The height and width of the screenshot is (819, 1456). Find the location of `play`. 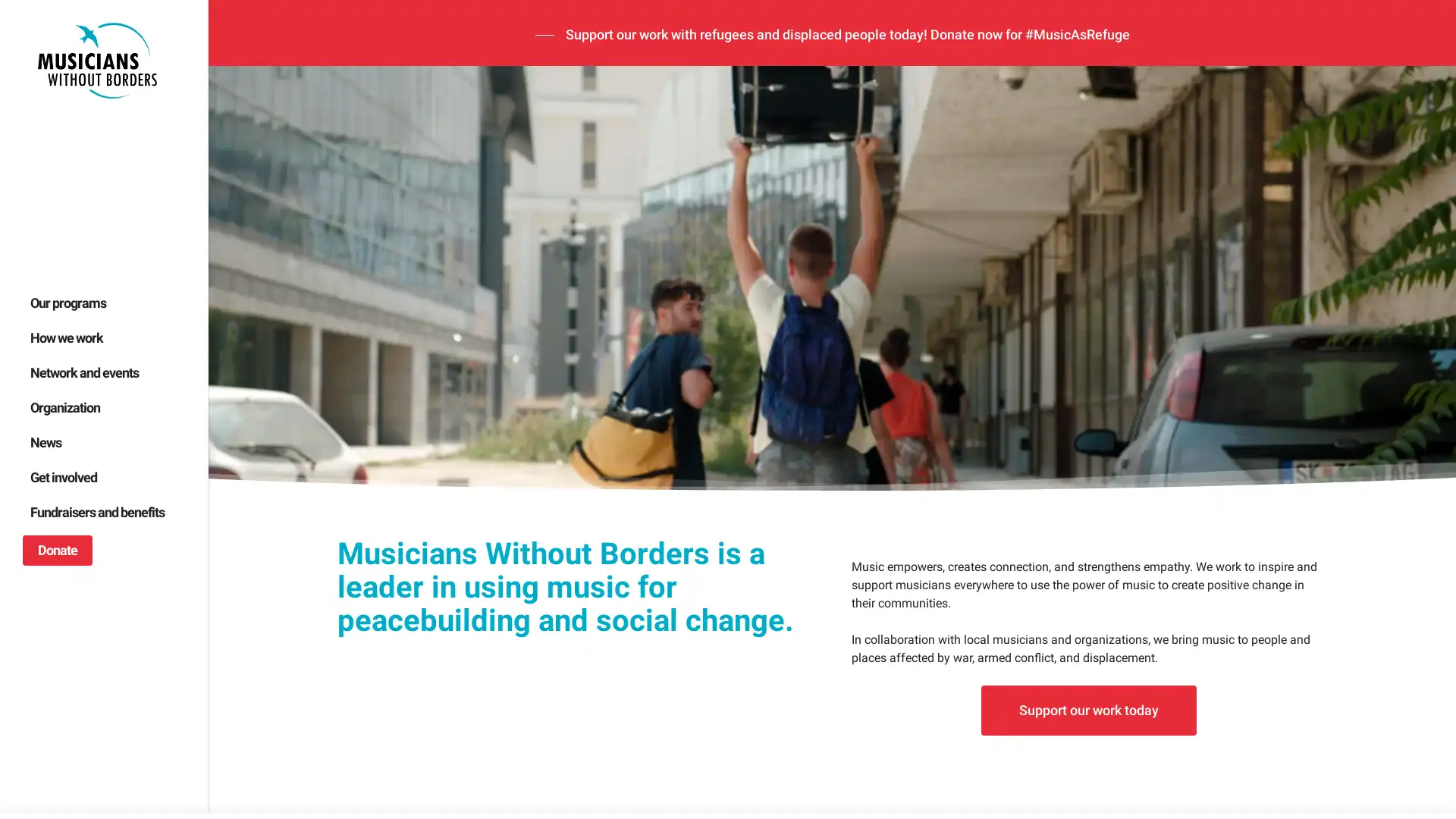

play is located at coordinates (243, 601).